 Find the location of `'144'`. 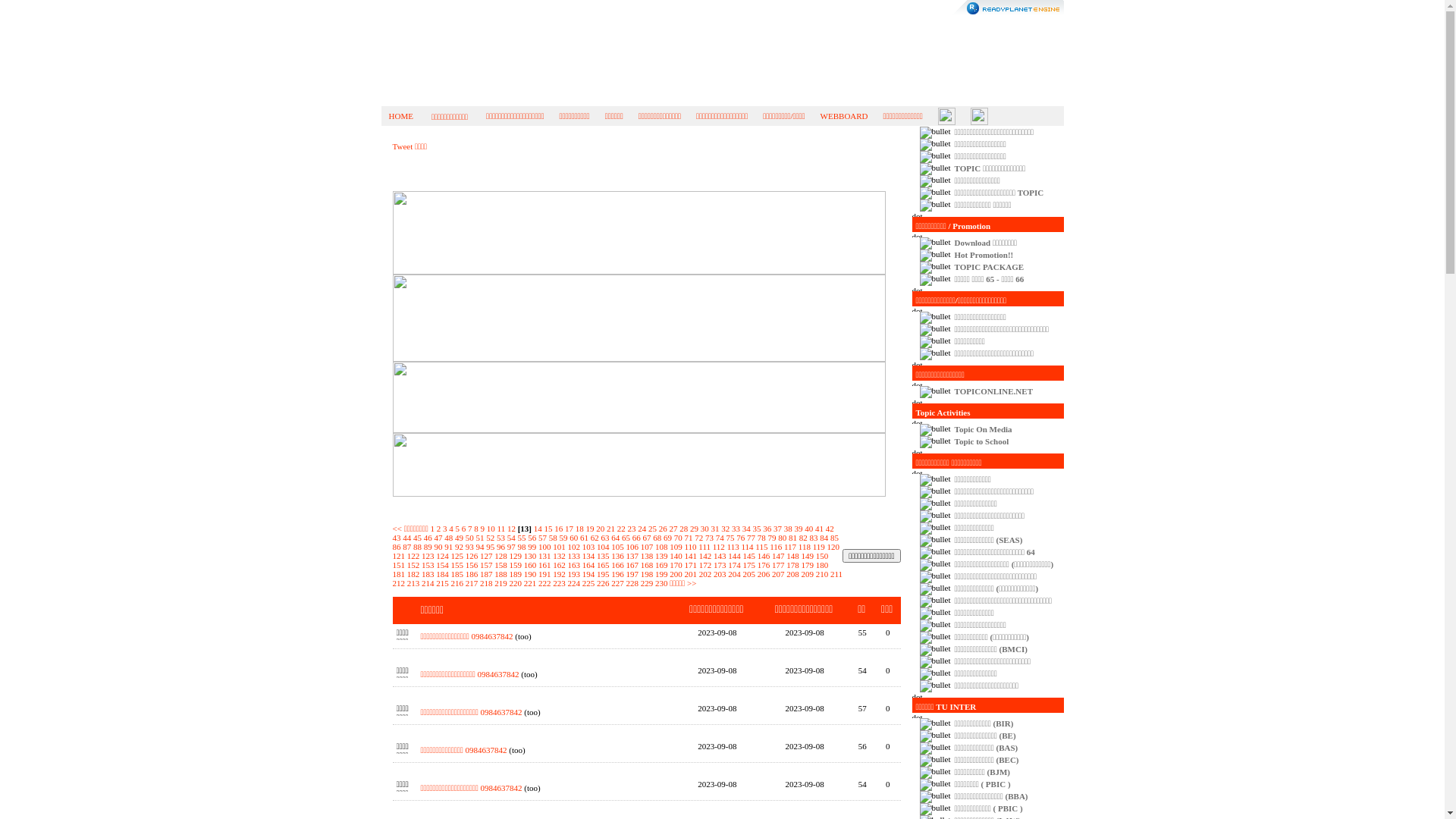

'144' is located at coordinates (734, 555).